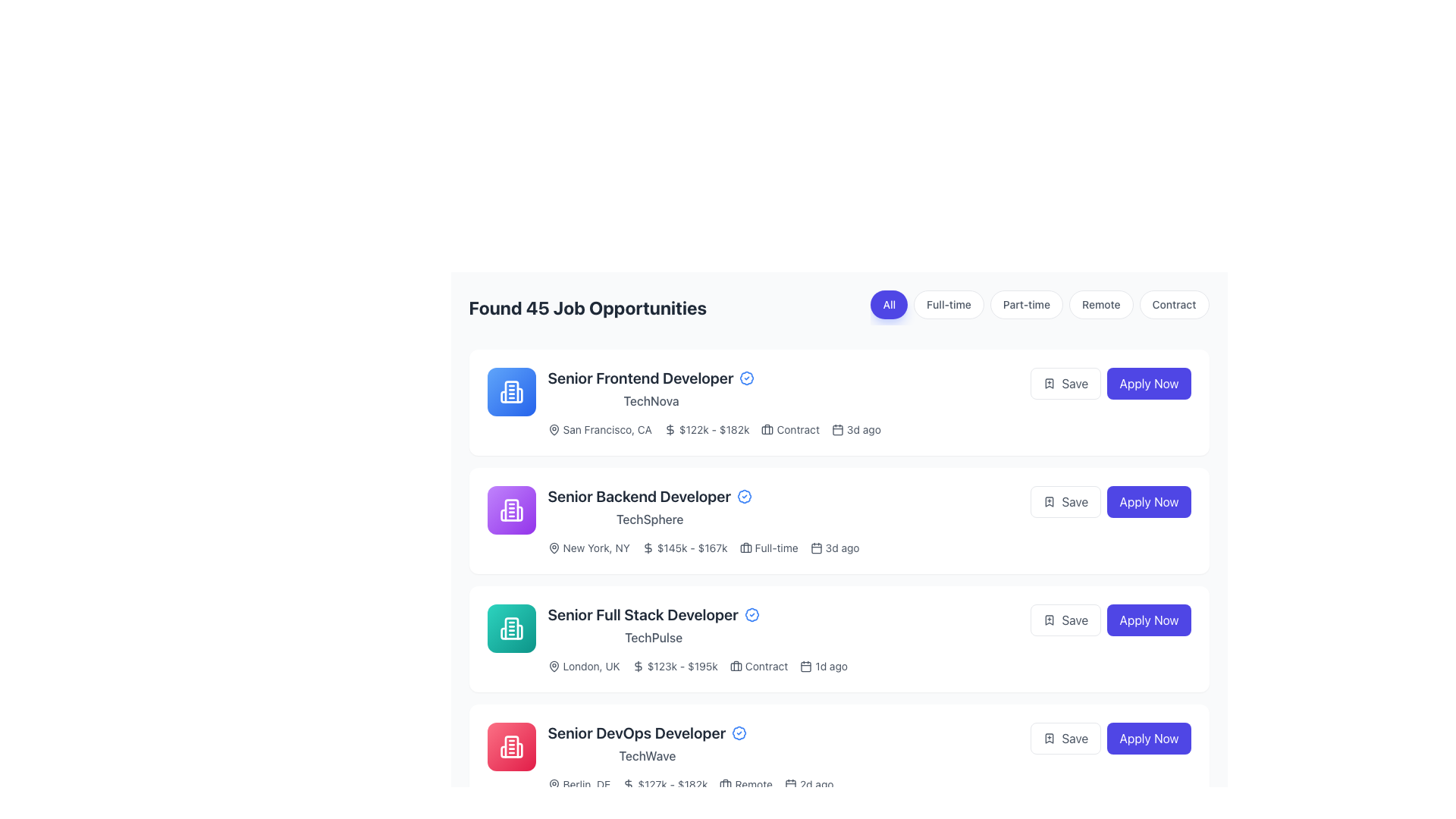 The image size is (1456, 819). I want to click on the calendar icon located in the timeline of the third job listing card from the top, positioned directly to the left of the '1d ago' timestamp, so click(805, 666).